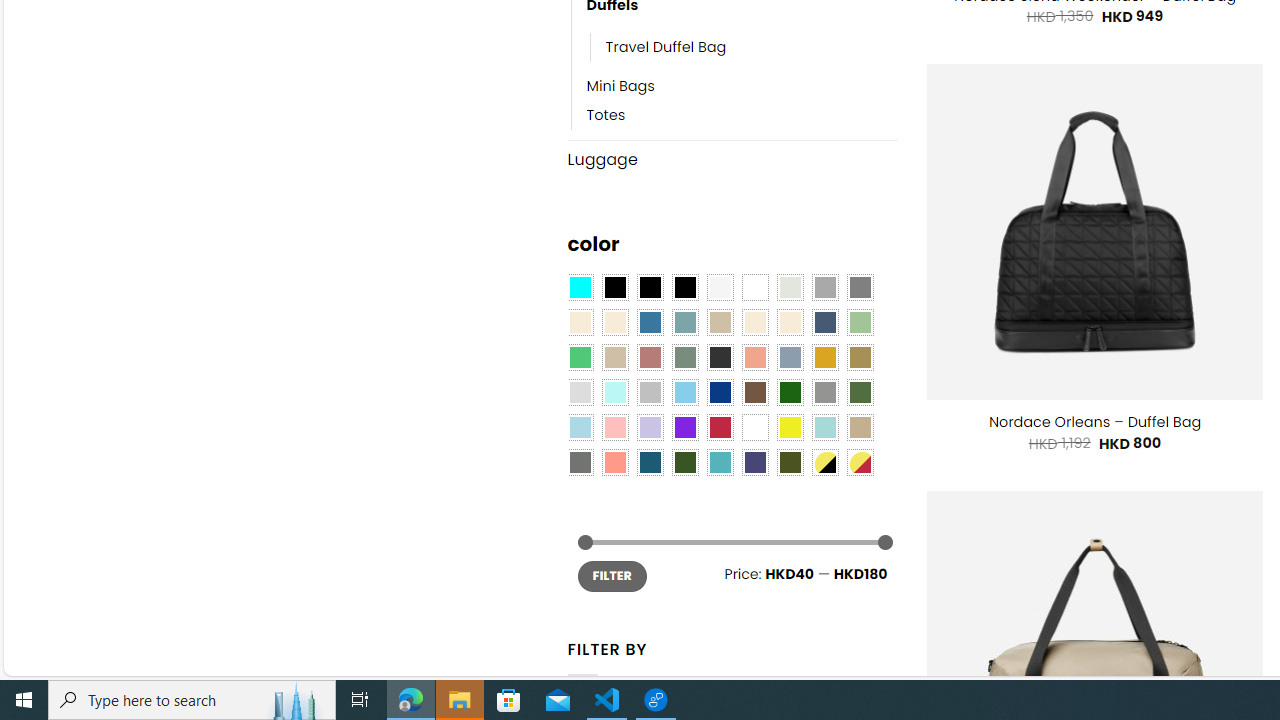  I want to click on 'Light Gray', so click(578, 393).